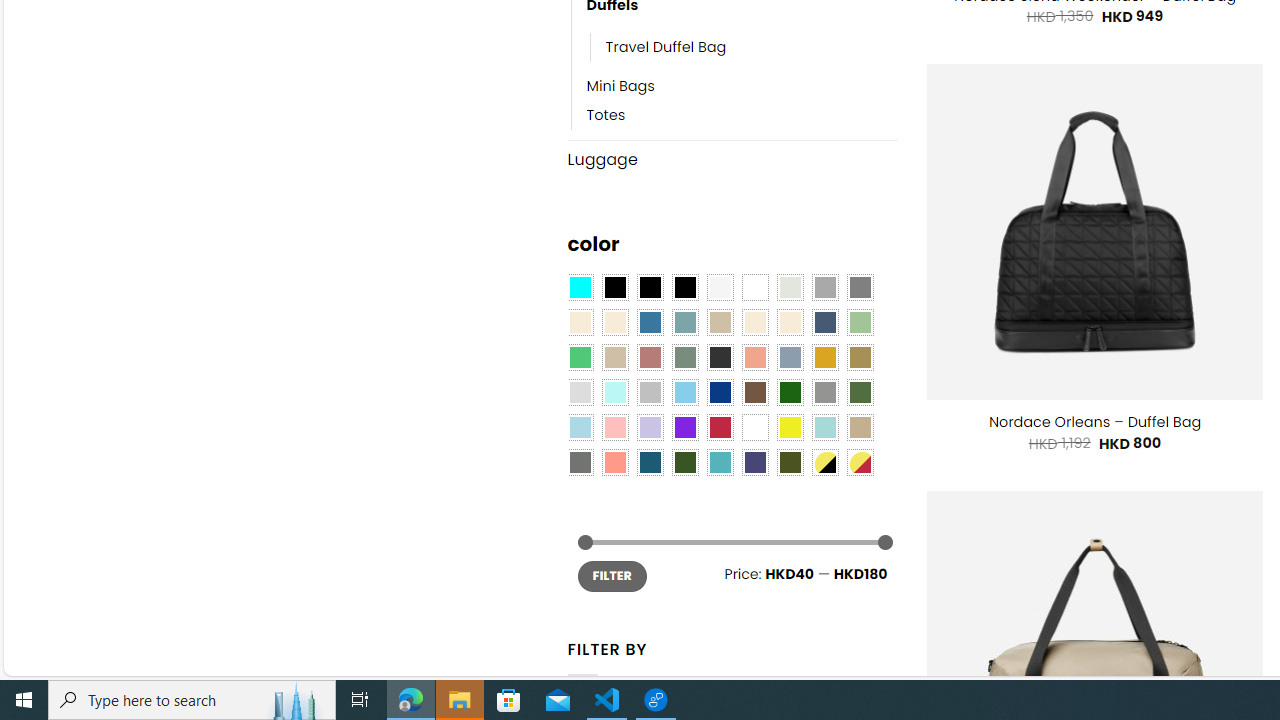  I want to click on 'Light Gray', so click(578, 393).